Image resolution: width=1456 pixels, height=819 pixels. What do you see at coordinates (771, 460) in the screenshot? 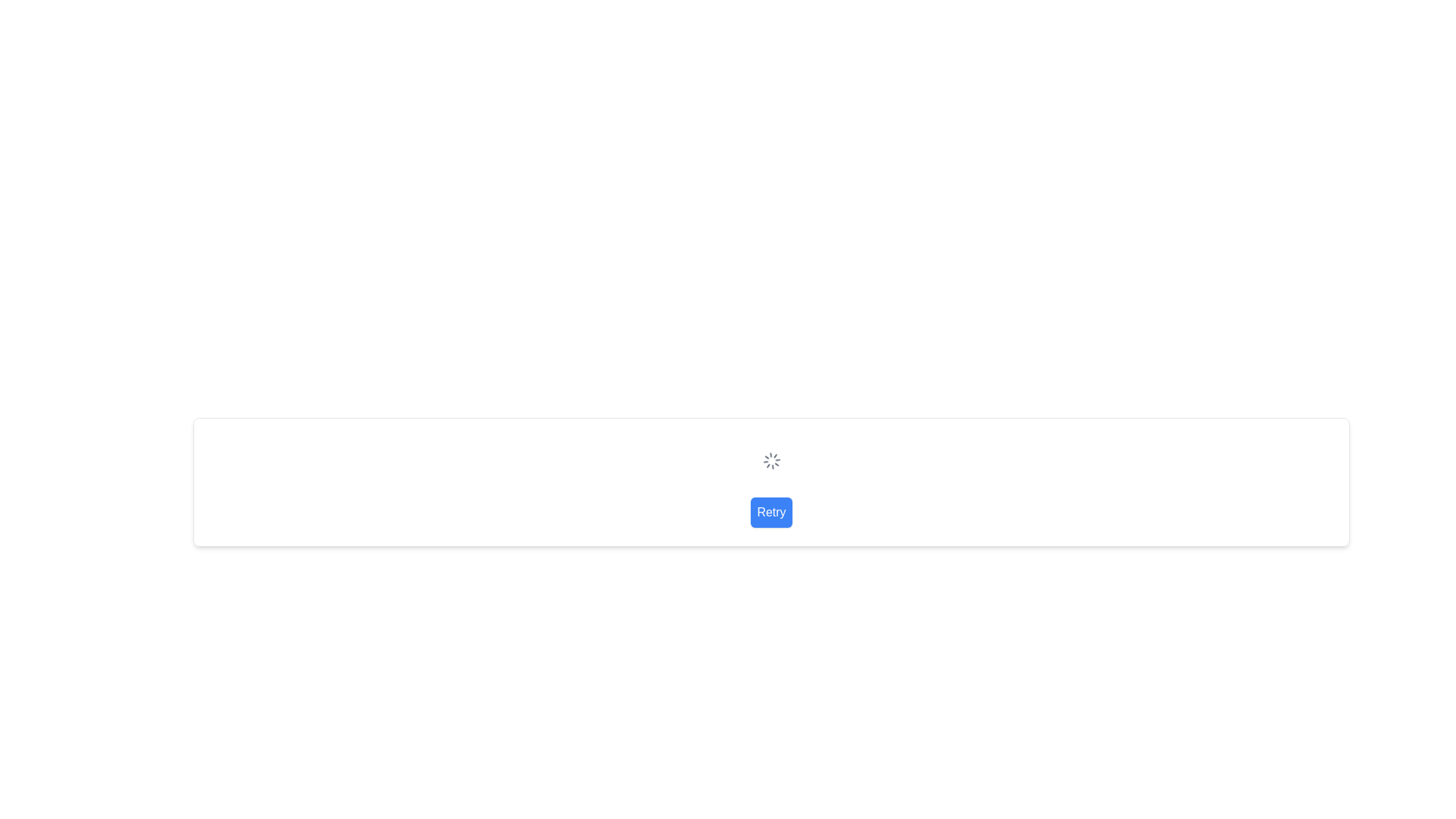
I see `the circular spinning loader that indicates progress or waiting state in the interface, located above the 'Retry' button` at bounding box center [771, 460].